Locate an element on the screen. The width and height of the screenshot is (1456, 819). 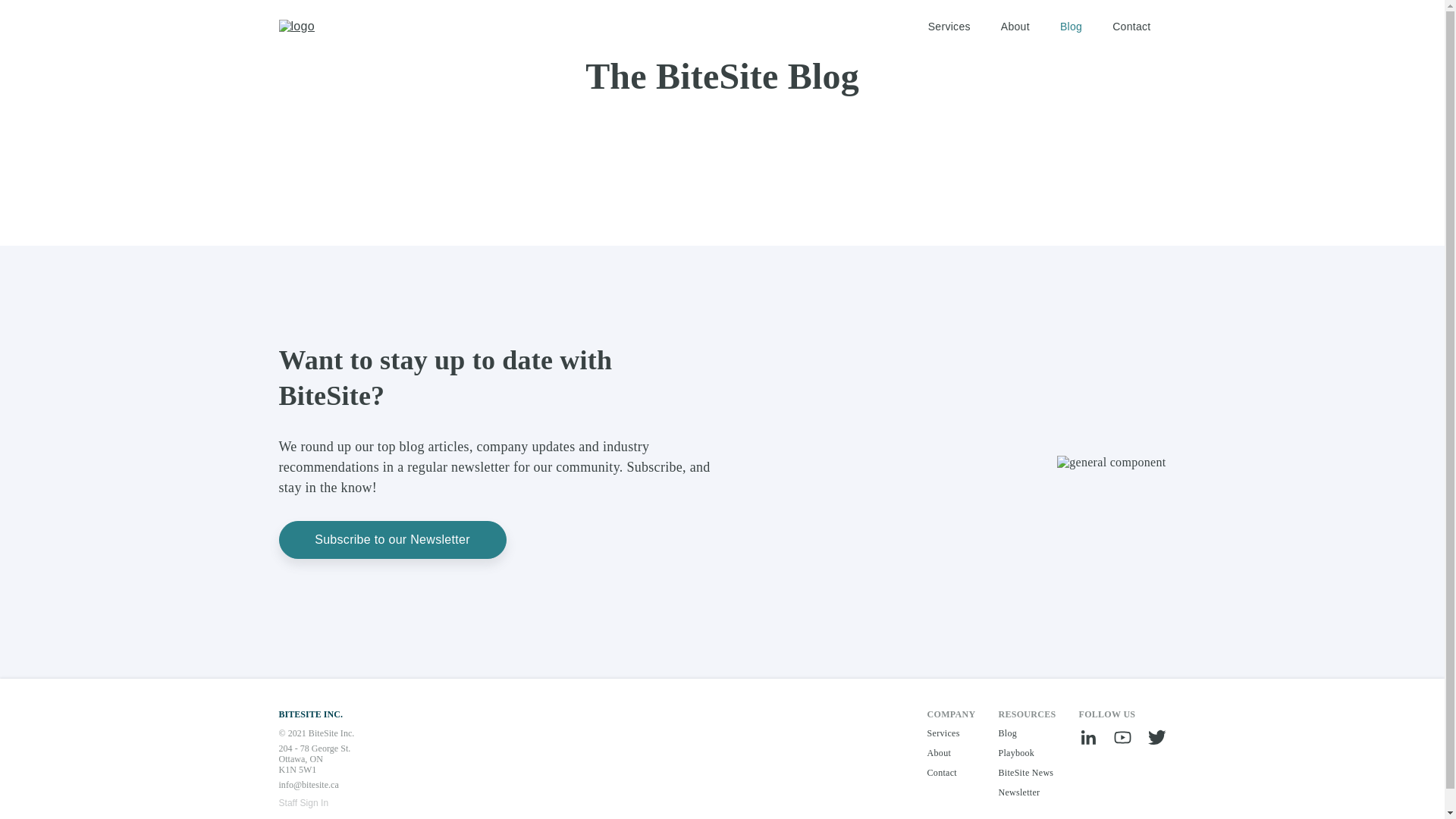
'Subscribe to our Newsletter' is located at coordinates (393, 539).